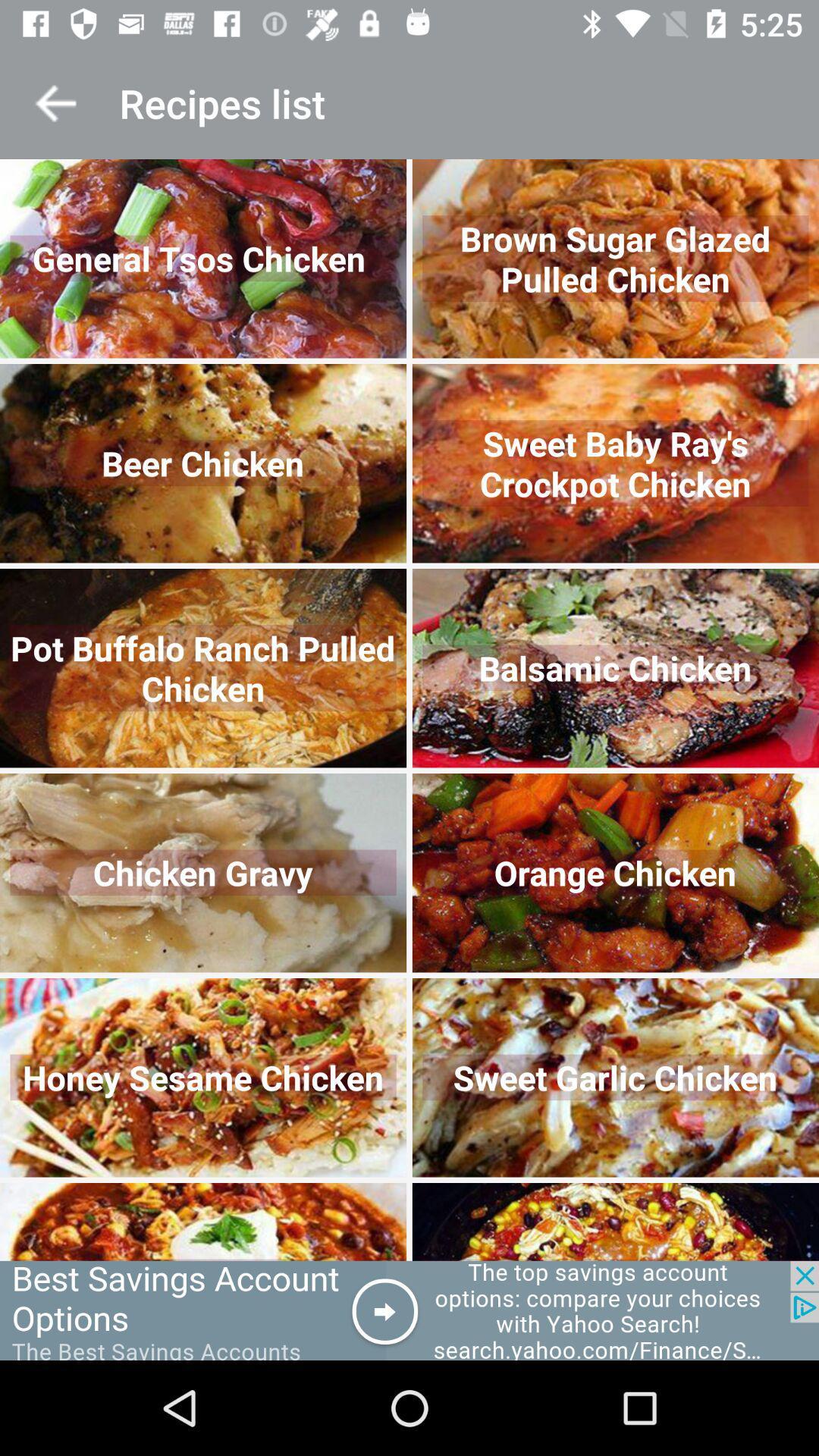 This screenshot has width=819, height=1456. What do you see at coordinates (616, 1077) in the screenshot?
I see `the second image in fifth row` at bounding box center [616, 1077].